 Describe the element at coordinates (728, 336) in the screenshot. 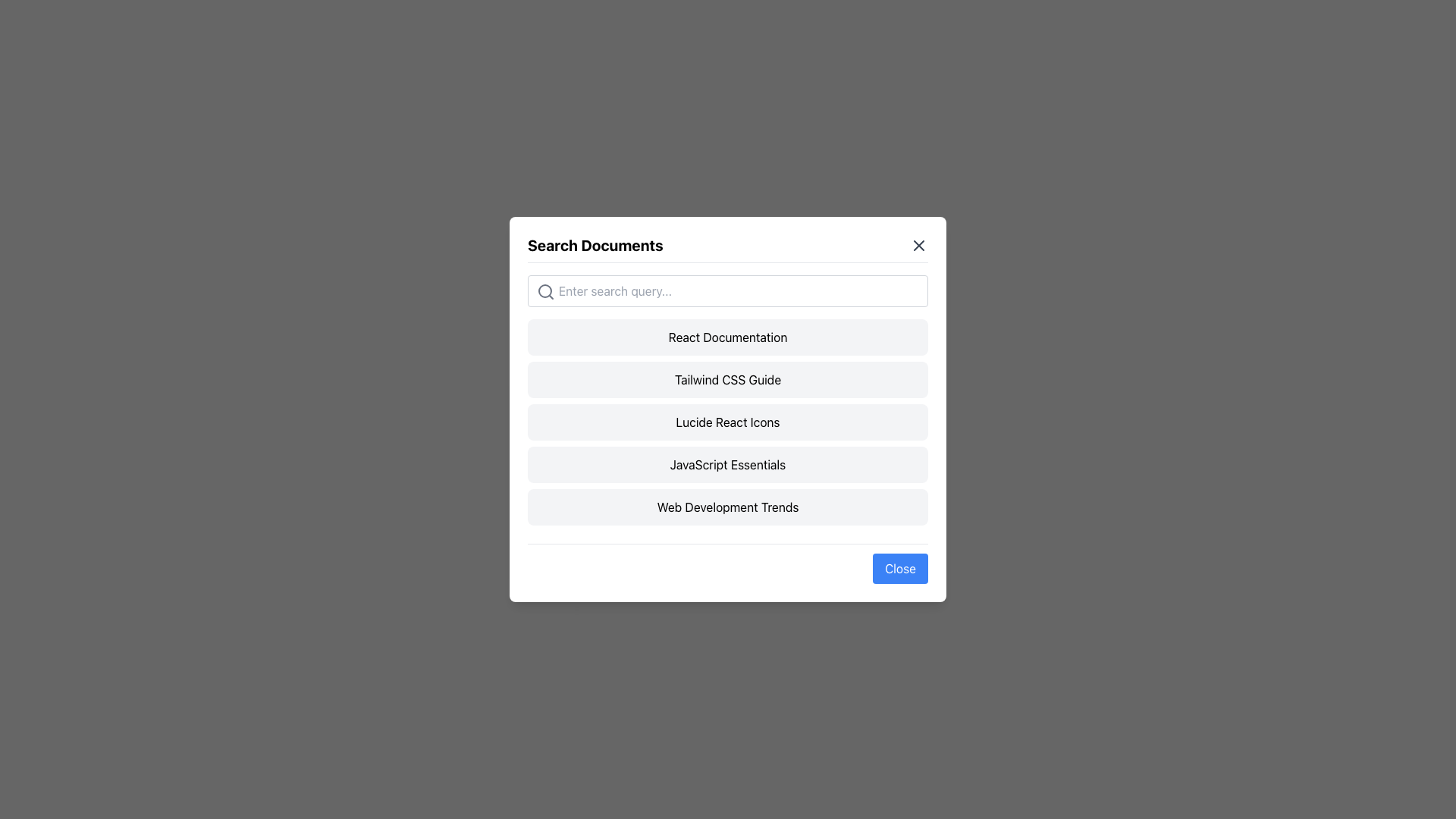

I see `the 'React Documentation' button, which is a horizontally rectangular button with rounded corners, light gray background, and centered black text. It is the first button in a vertically stacked list, positioned below a 'Search Documents' input box` at that location.